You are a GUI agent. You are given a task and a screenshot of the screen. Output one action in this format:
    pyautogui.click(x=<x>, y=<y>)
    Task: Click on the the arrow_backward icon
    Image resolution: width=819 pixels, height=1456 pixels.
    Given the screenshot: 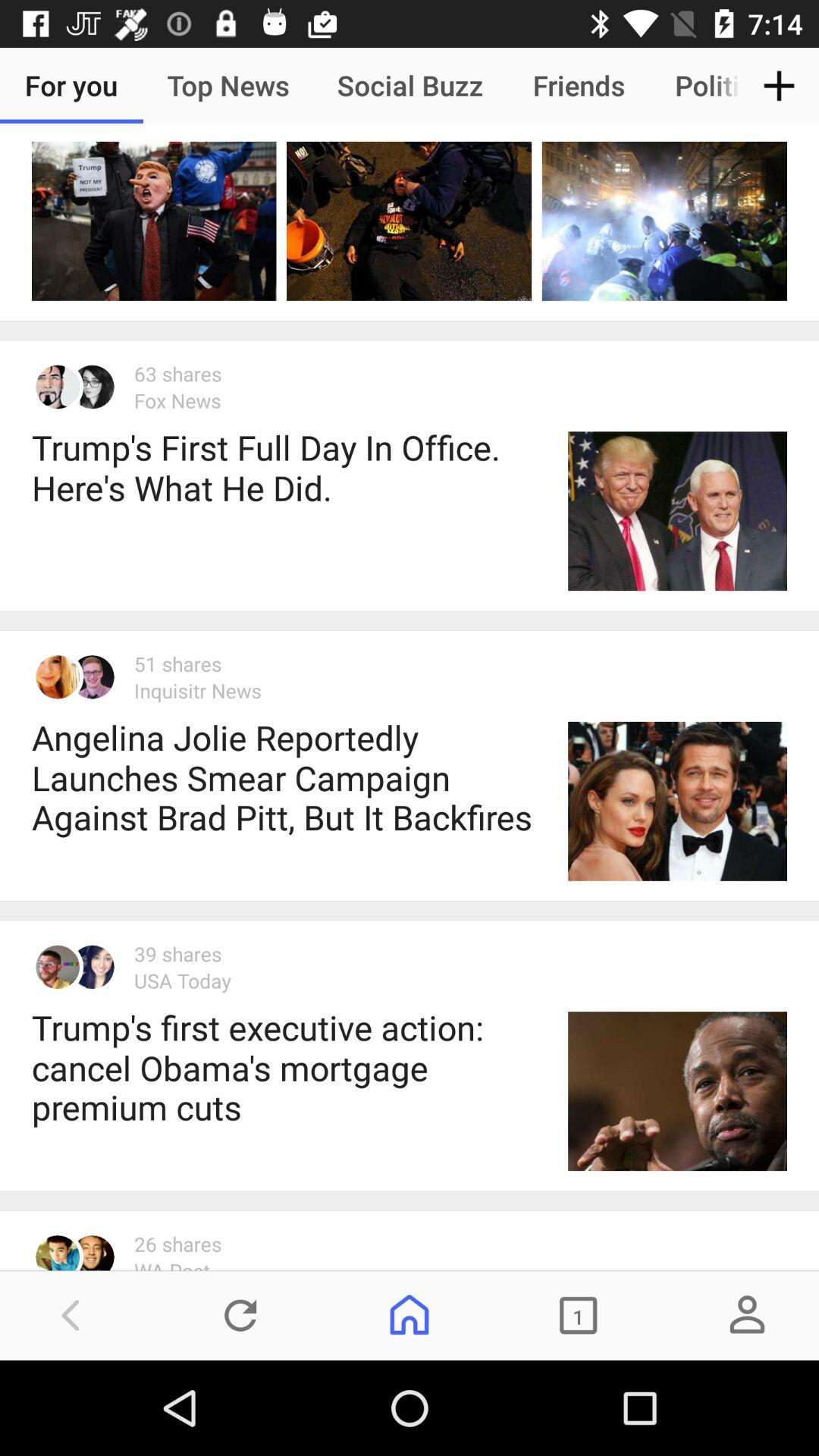 What is the action you would take?
    pyautogui.click(x=71, y=1314)
    